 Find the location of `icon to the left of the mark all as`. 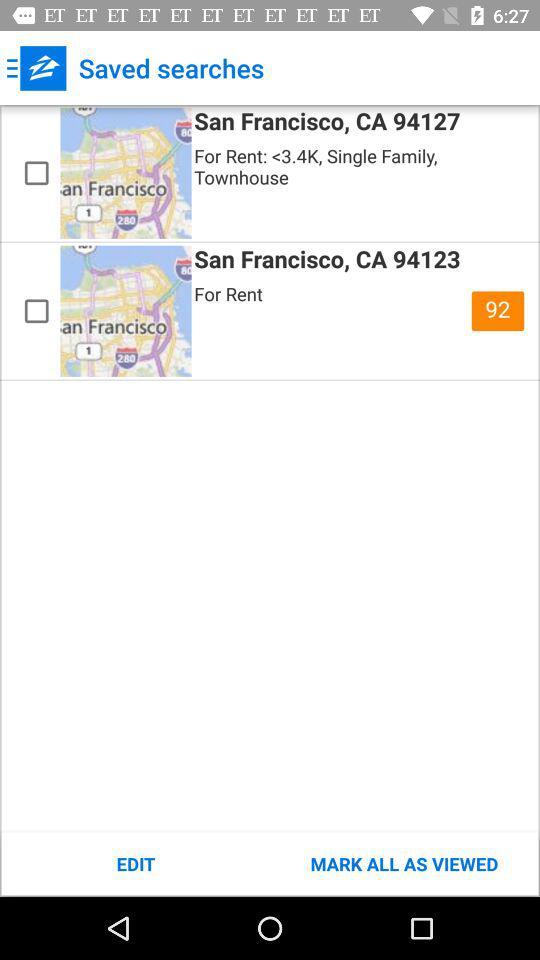

icon to the left of the mark all as is located at coordinates (135, 863).